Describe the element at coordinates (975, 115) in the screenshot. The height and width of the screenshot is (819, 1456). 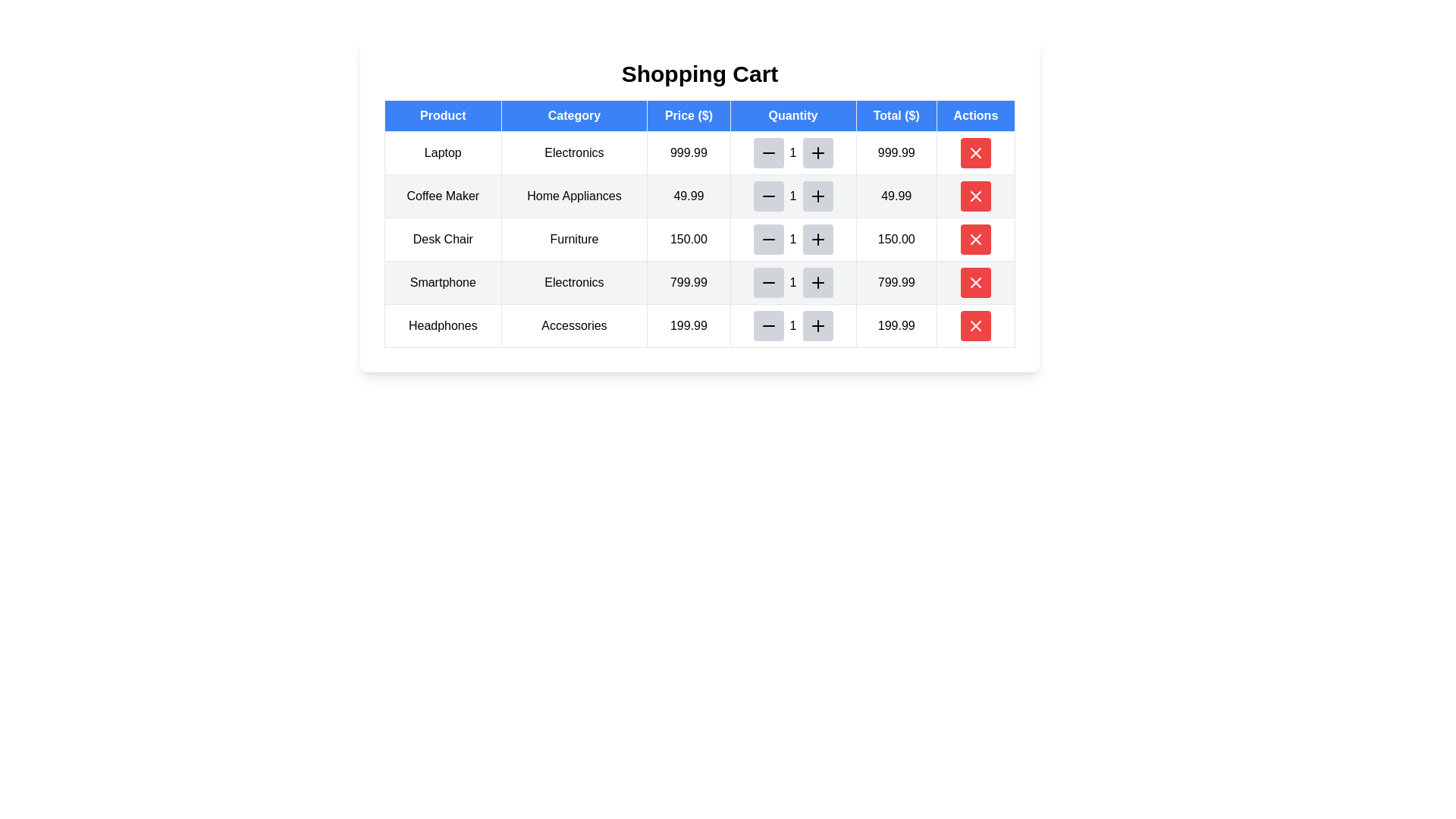
I see `the 'Actions' column header in the table, which is the sixth column header positioned to the right of the 'Total ($)' column` at that location.